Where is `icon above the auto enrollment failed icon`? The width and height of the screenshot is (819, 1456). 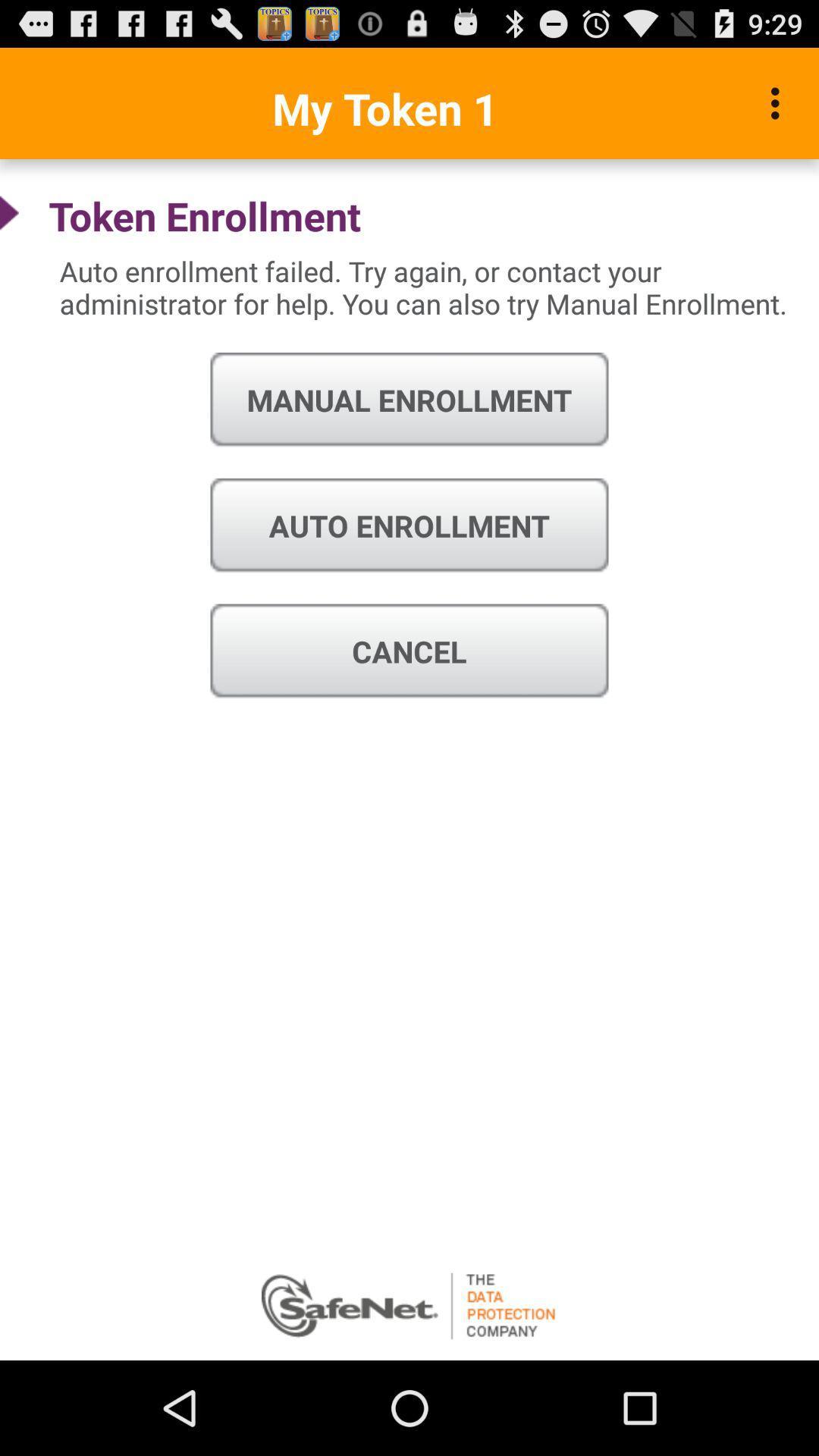 icon above the auto enrollment failed icon is located at coordinates (779, 102).